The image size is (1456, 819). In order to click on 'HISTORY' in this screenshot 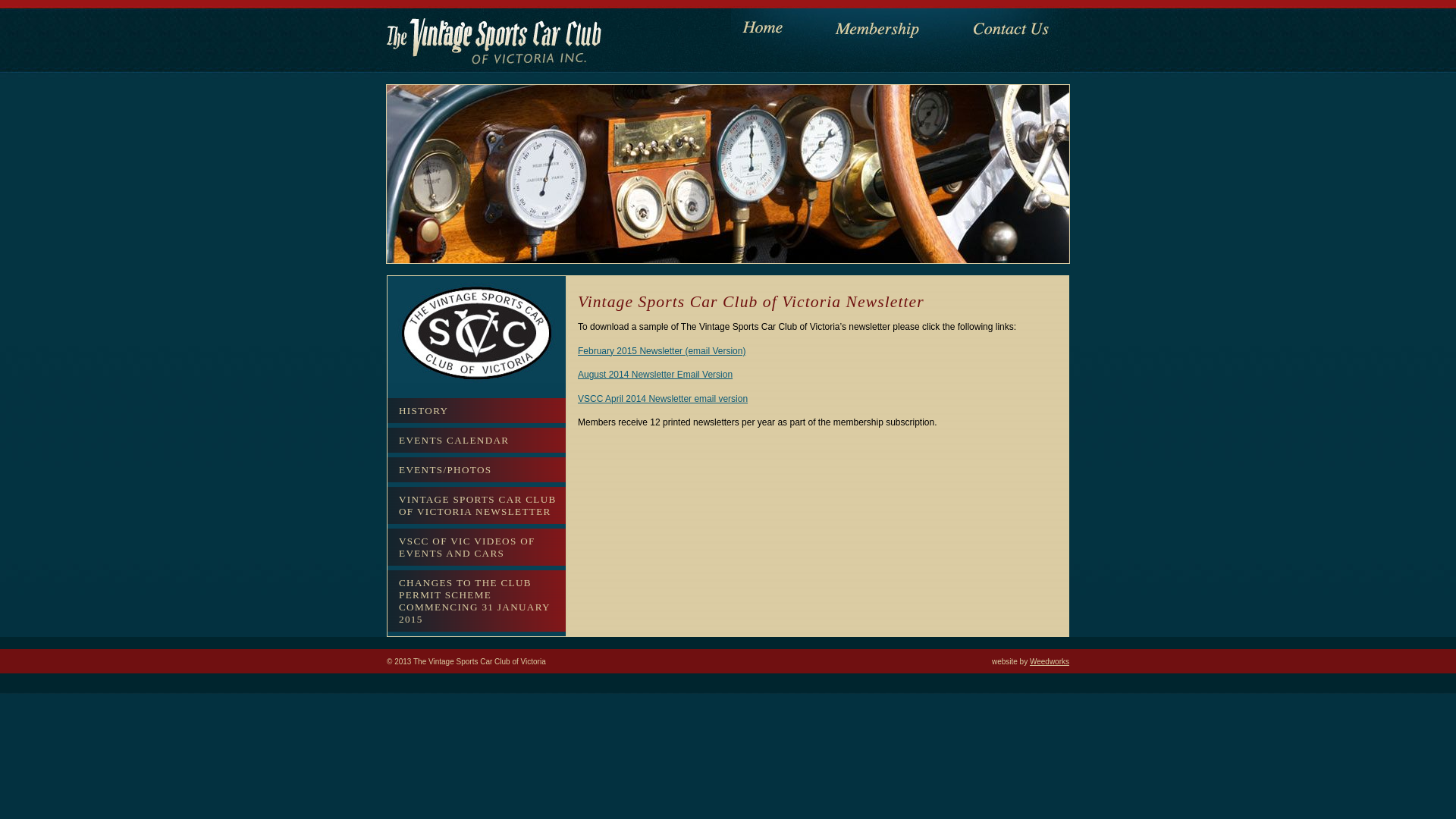, I will do `click(475, 410)`.